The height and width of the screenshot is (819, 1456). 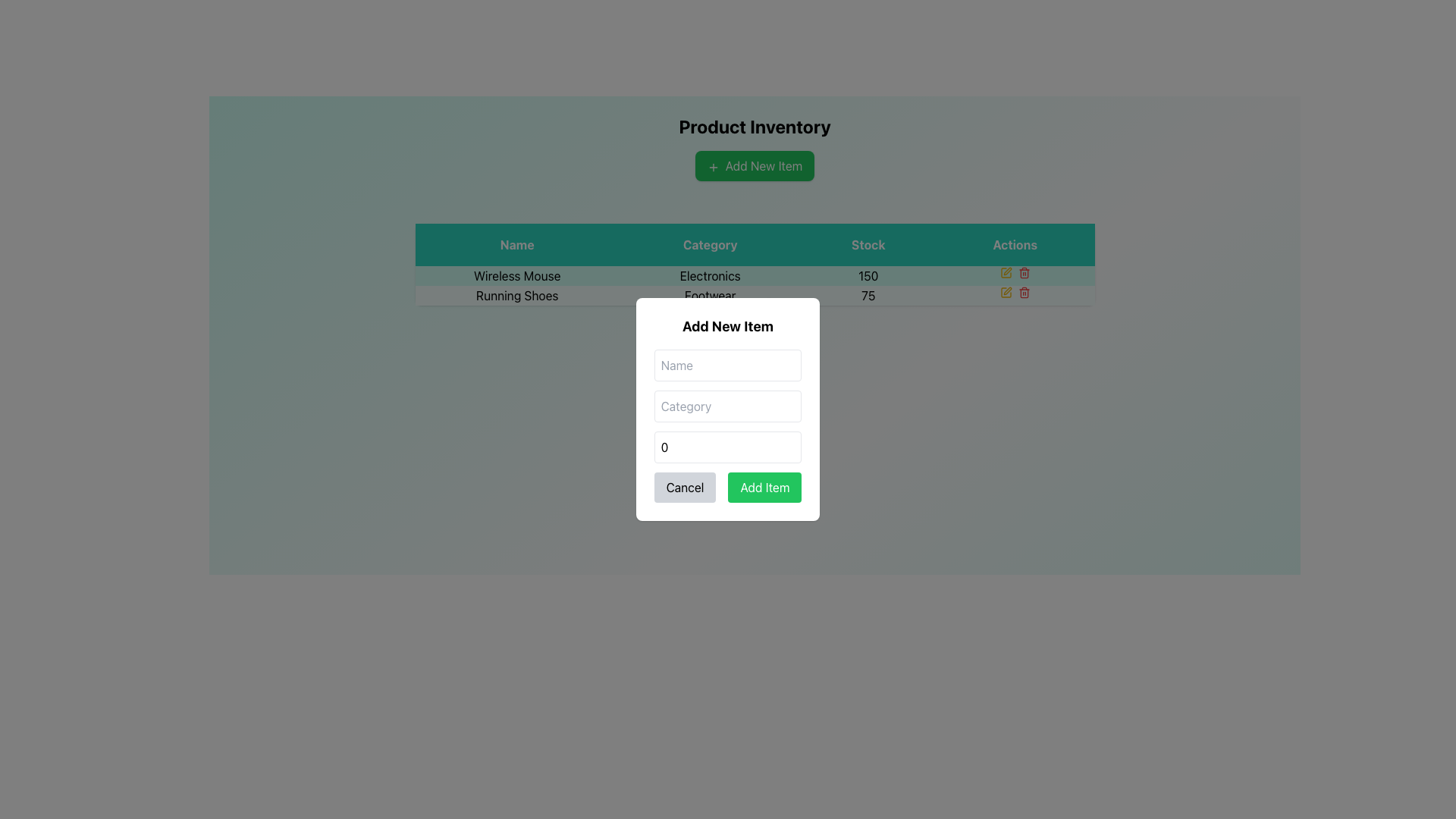 I want to click on the third input field for numeric stock quantity in the modal window to focus on it, so click(x=728, y=447).